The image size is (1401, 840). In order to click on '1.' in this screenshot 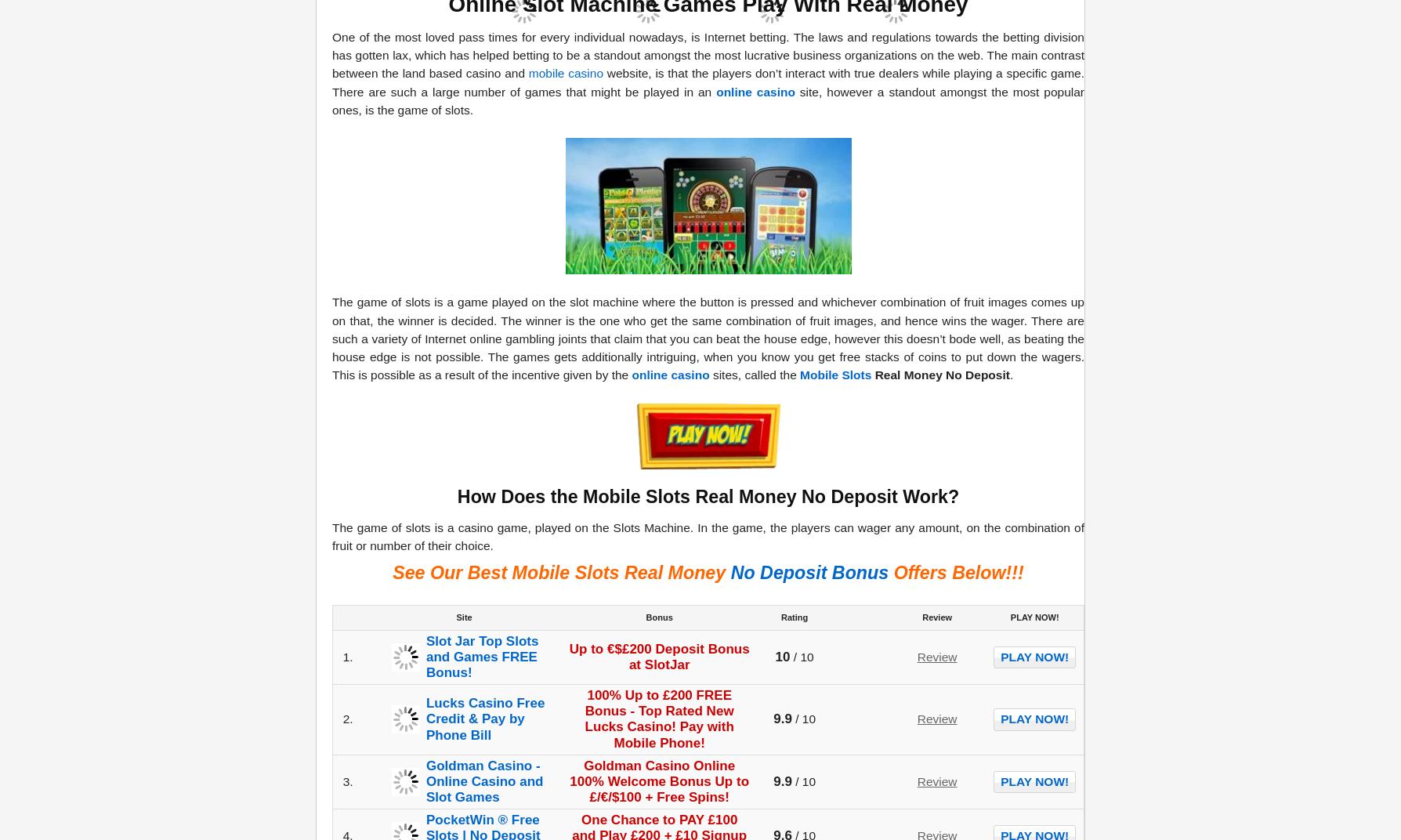, I will do `click(346, 655)`.